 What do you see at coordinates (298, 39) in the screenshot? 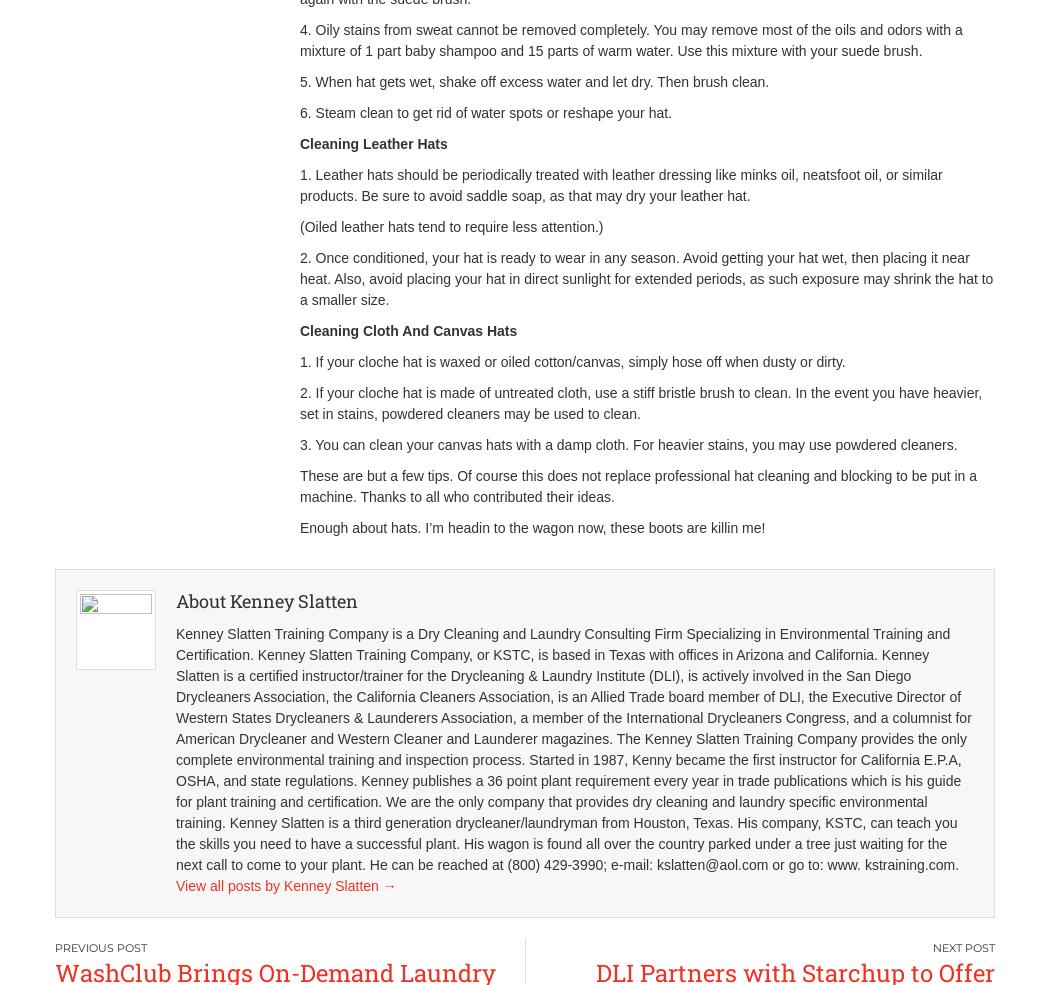
I see `'4. Oily stains from sweat cannot be removed completely. You may remove most of the oils and odors with a mixture of 1 part baby shampoo and 15 parts of warm water. Use this mixture with your suede brush.'` at bounding box center [298, 39].